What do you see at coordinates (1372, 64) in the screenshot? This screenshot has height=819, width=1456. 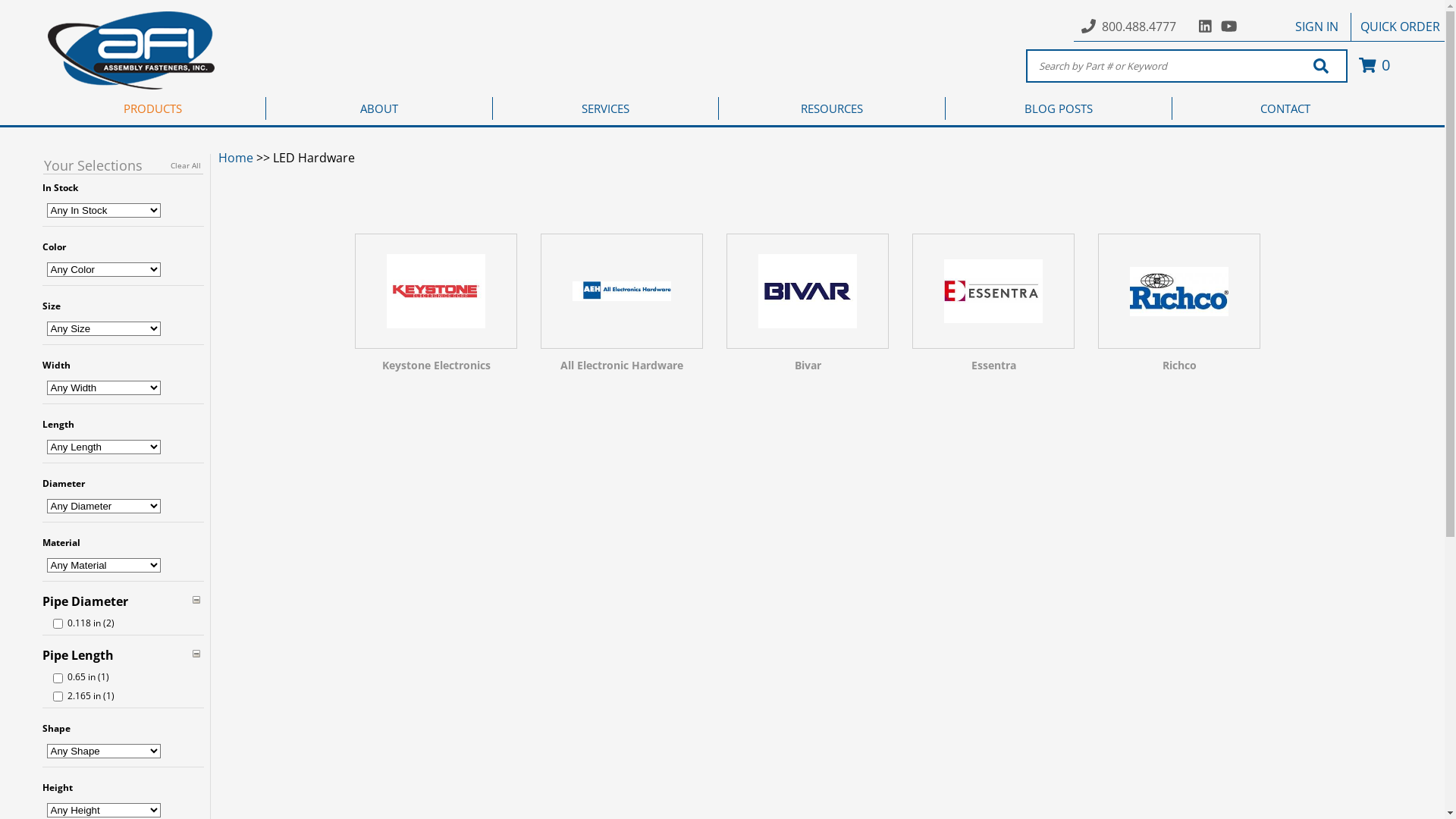 I see `'0'` at bounding box center [1372, 64].